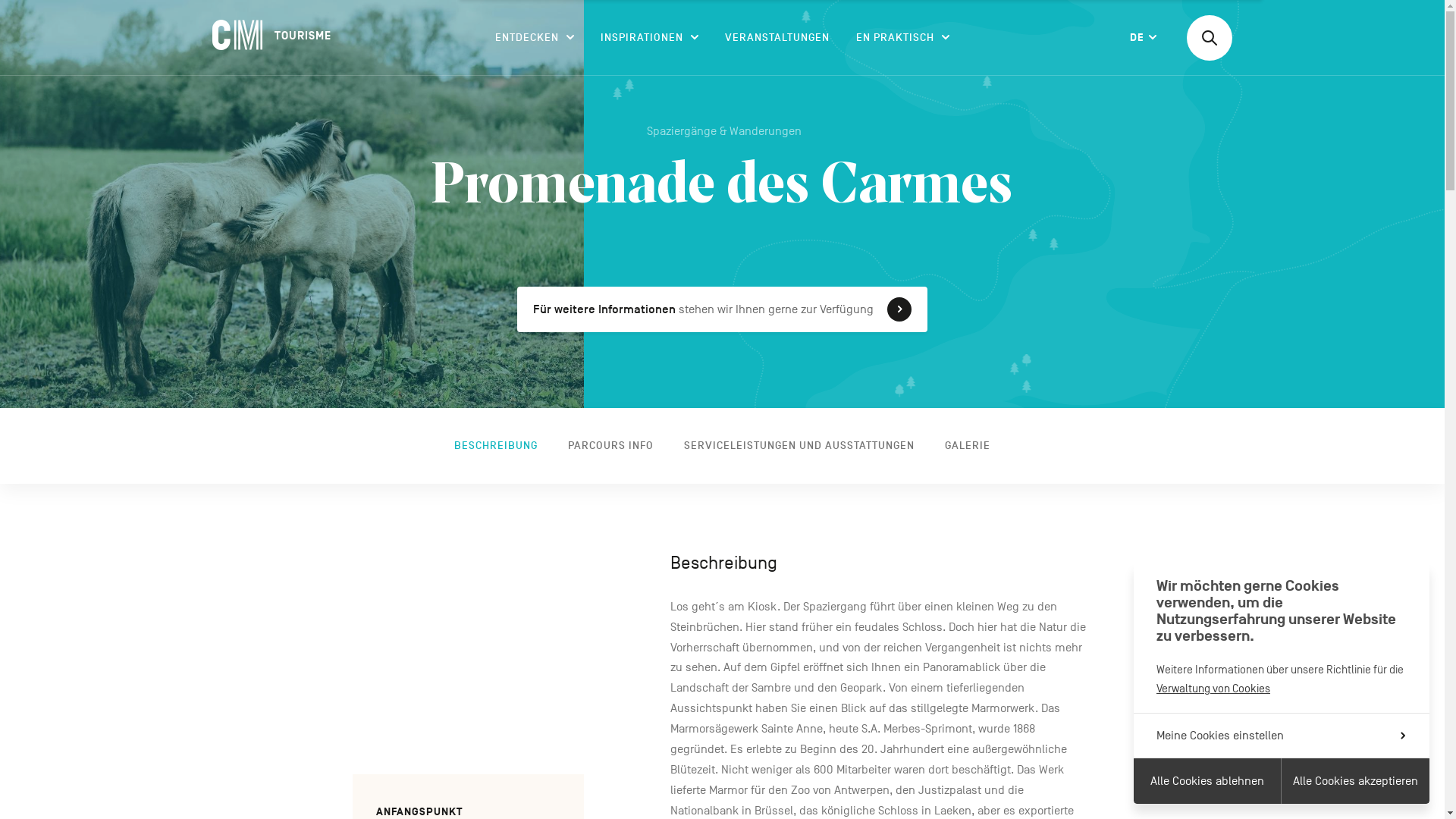 The width and height of the screenshot is (1456, 819). Describe the element at coordinates (649, 37) in the screenshot. I see `'INSPIRATIONEN'` at that location.